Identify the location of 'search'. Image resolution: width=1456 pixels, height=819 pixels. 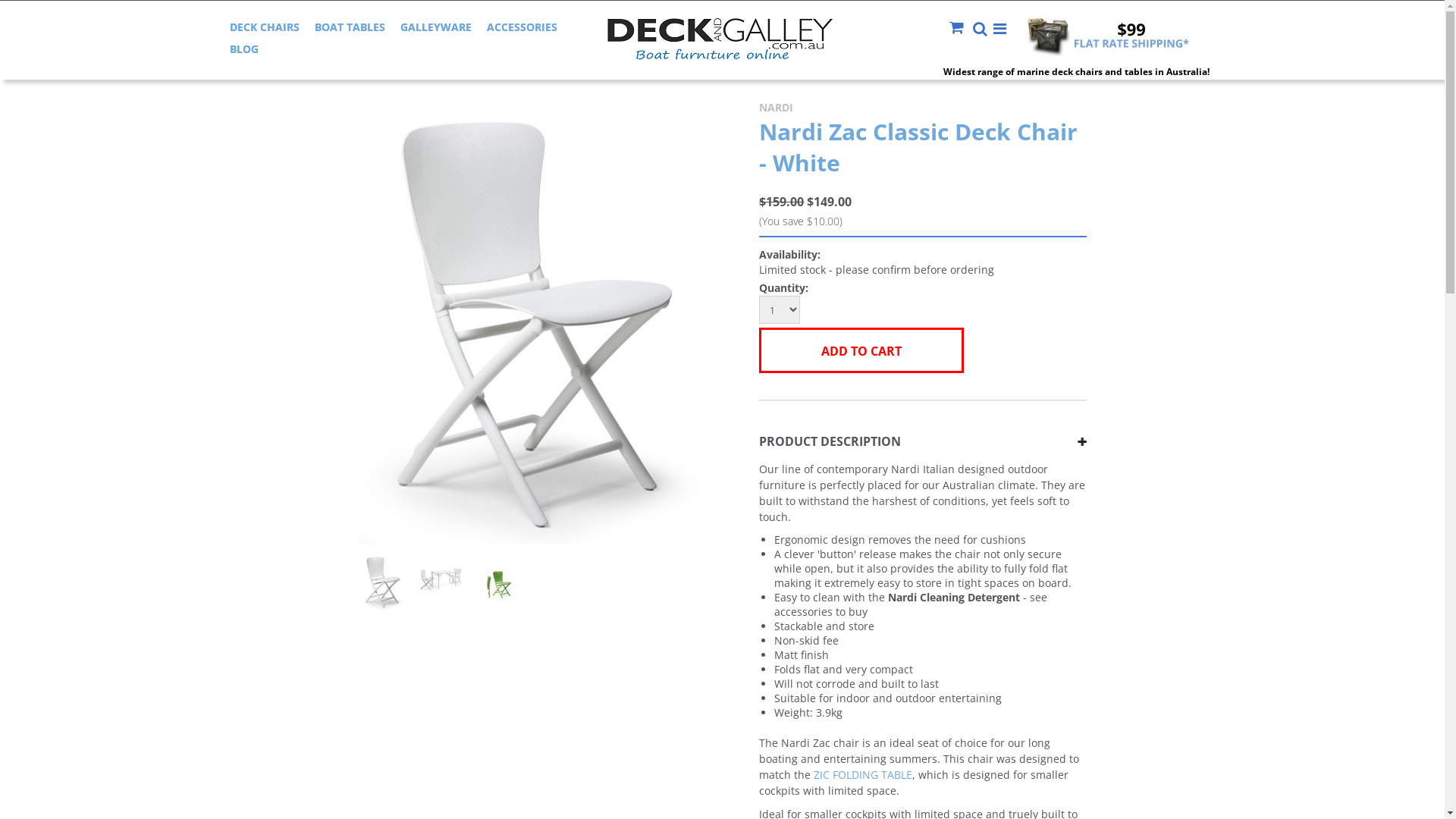
(980, 30).